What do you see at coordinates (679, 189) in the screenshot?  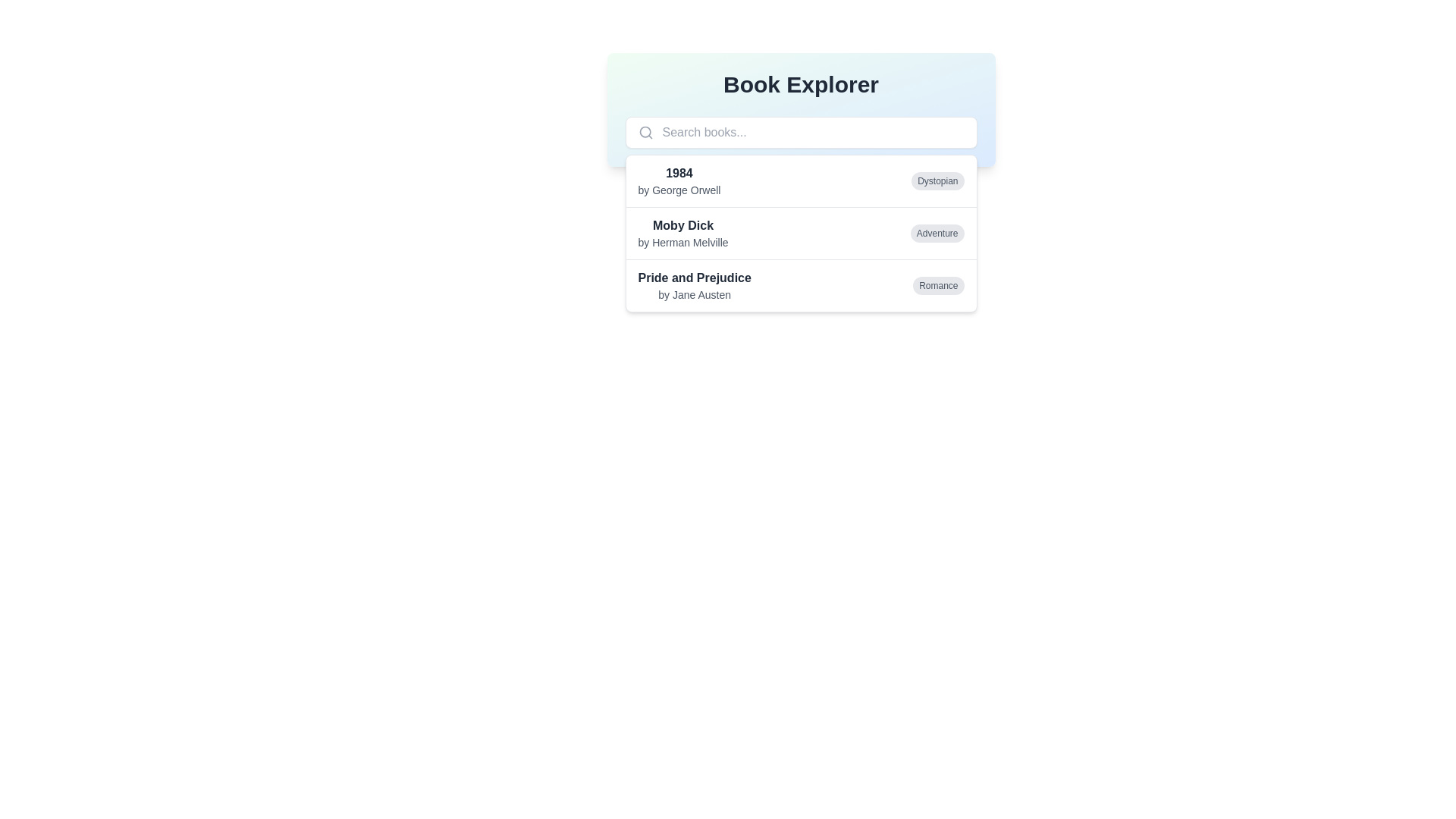 I see `authorship information text label for the book '1984', which is located below the title and above the tag 'Dystopian' in the vertical list` at bounding box center [679, 189].